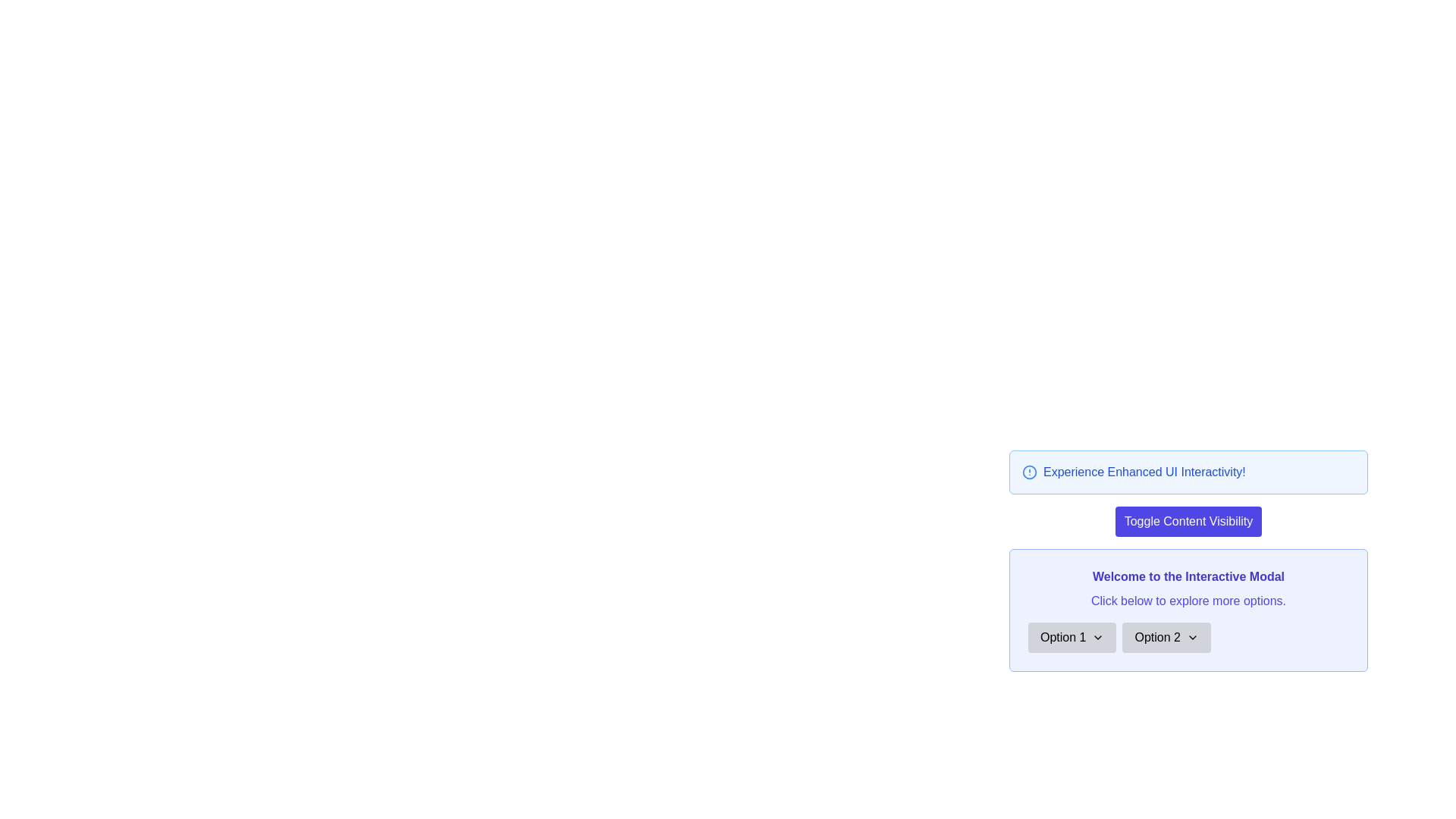 This screenshot has height=819, width=1456. I want to click on the blue-colored static text label that reads 'Click below, so click(1188, 601).